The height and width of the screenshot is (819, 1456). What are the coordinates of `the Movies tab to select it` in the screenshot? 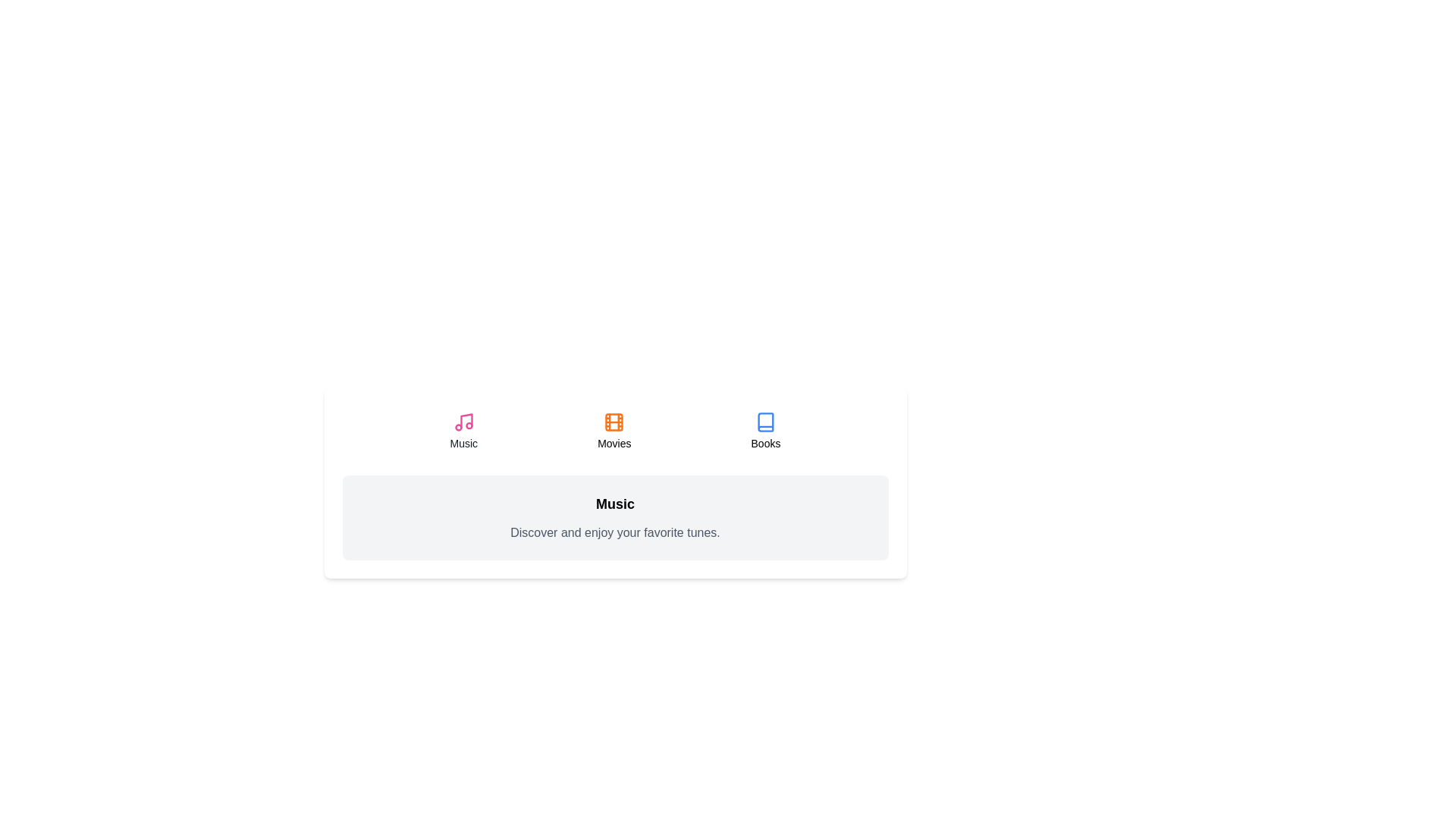 It's located at (614, 431).